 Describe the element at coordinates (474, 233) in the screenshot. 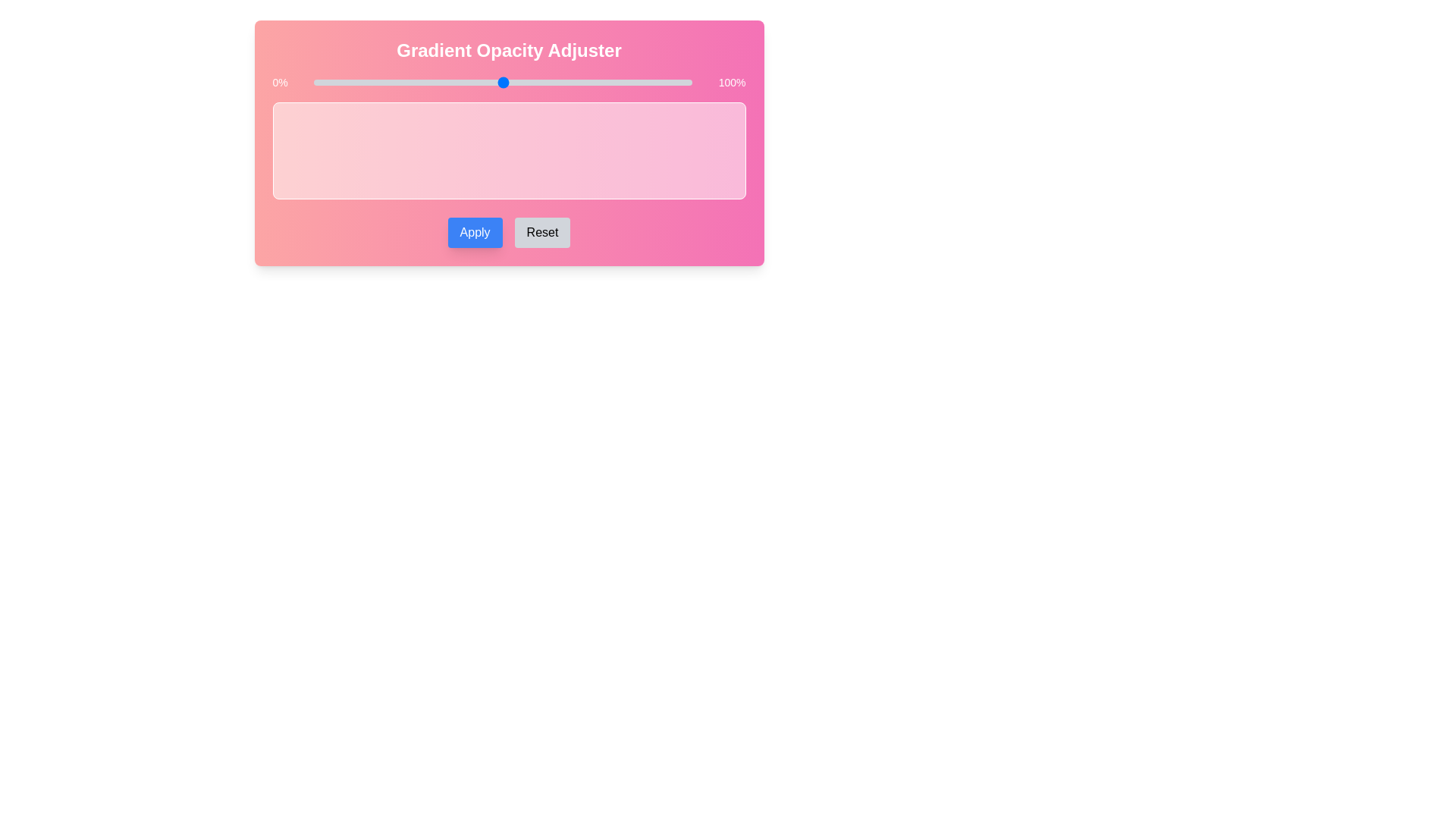

I see `the 'Apply' button` at that location.